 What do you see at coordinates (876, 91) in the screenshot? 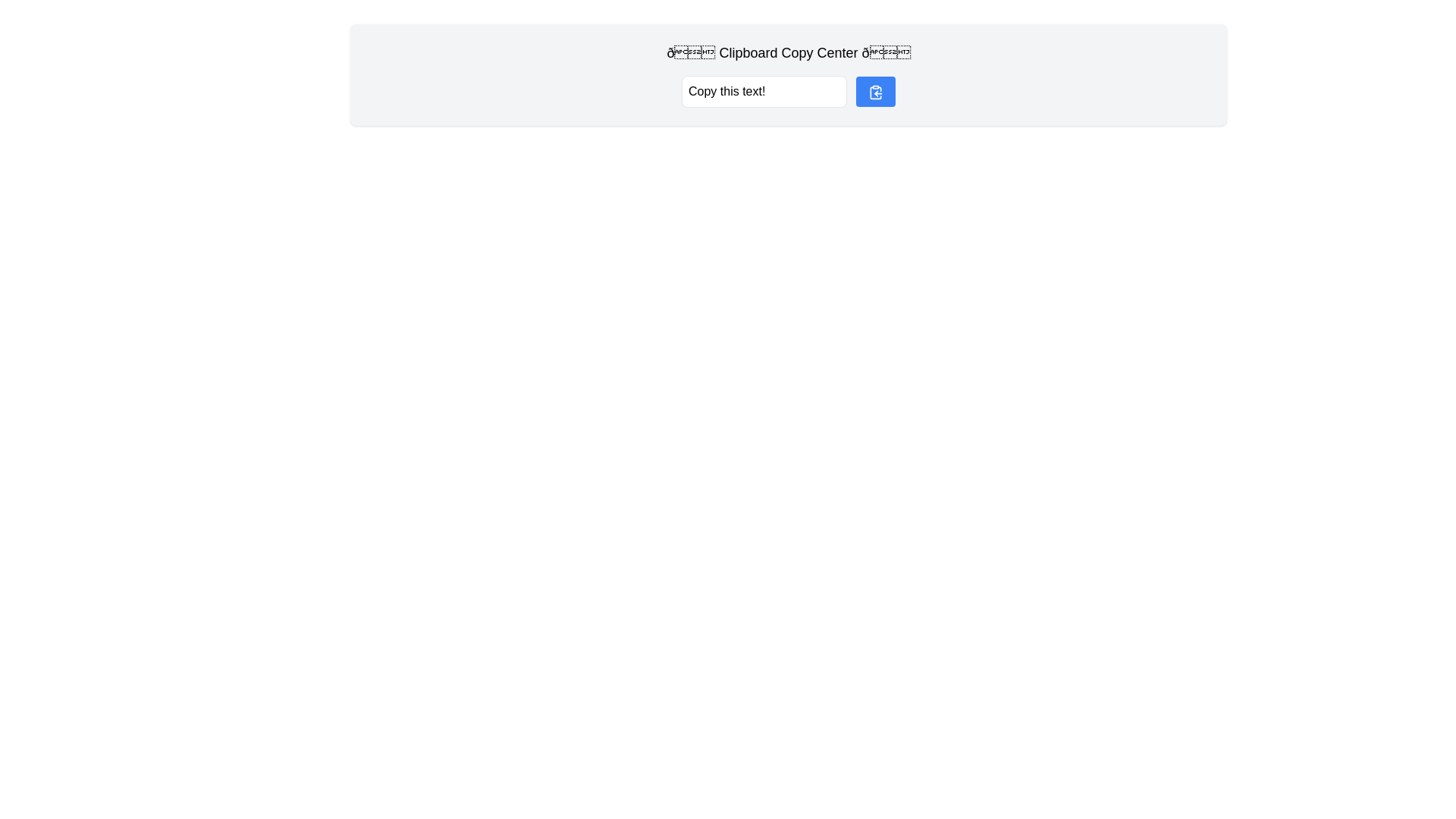
I see `the copy button located to the right of the input field with the text 'Copy this text!'` at bounding box center [876, 91].